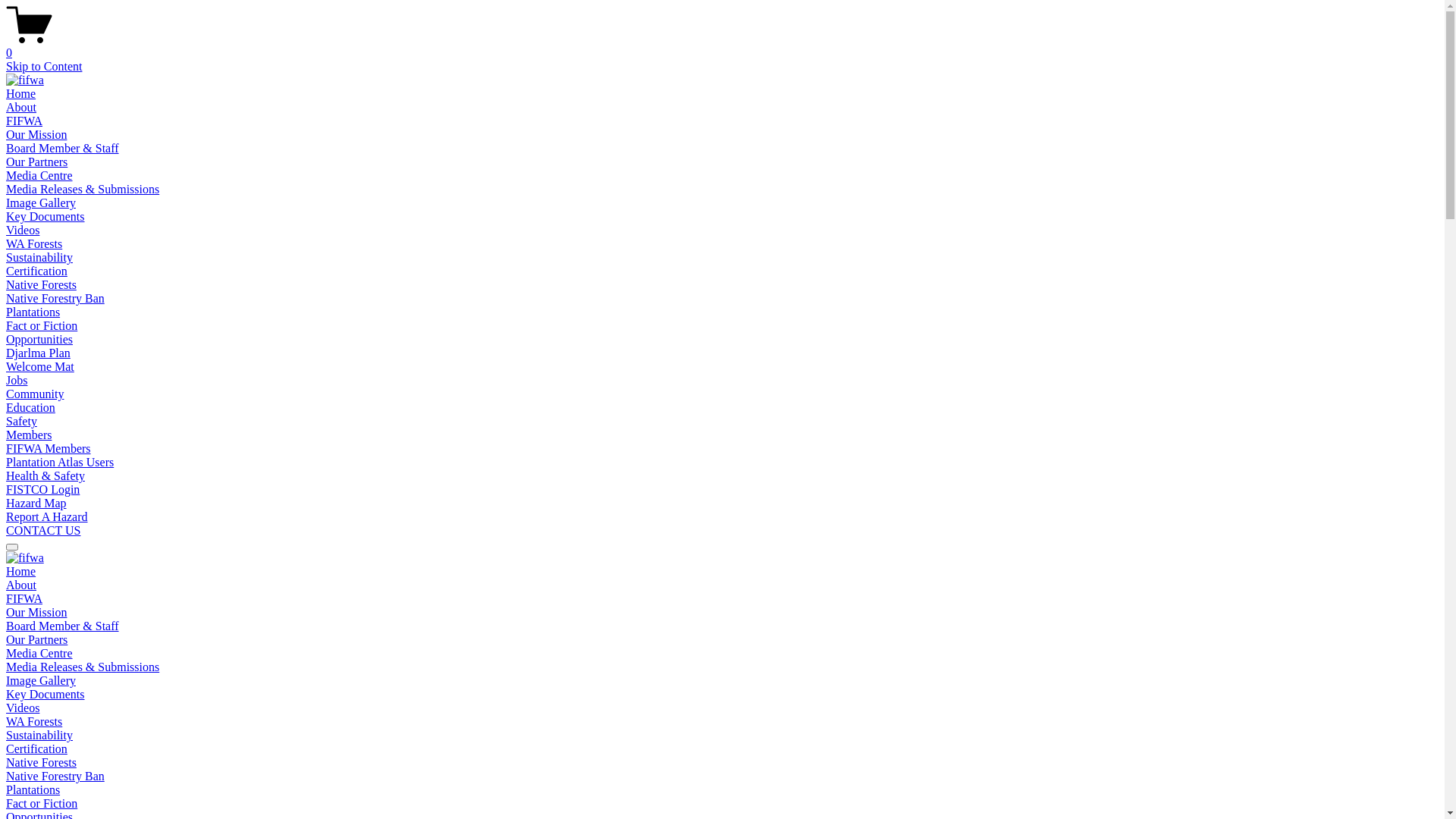 The width and height of the screenshot is (1456, 819). What do you see at coordinates (59, 461) in the screenshot?
I see `'Plantation Atlas Users'` at bounding box center [59, 461].